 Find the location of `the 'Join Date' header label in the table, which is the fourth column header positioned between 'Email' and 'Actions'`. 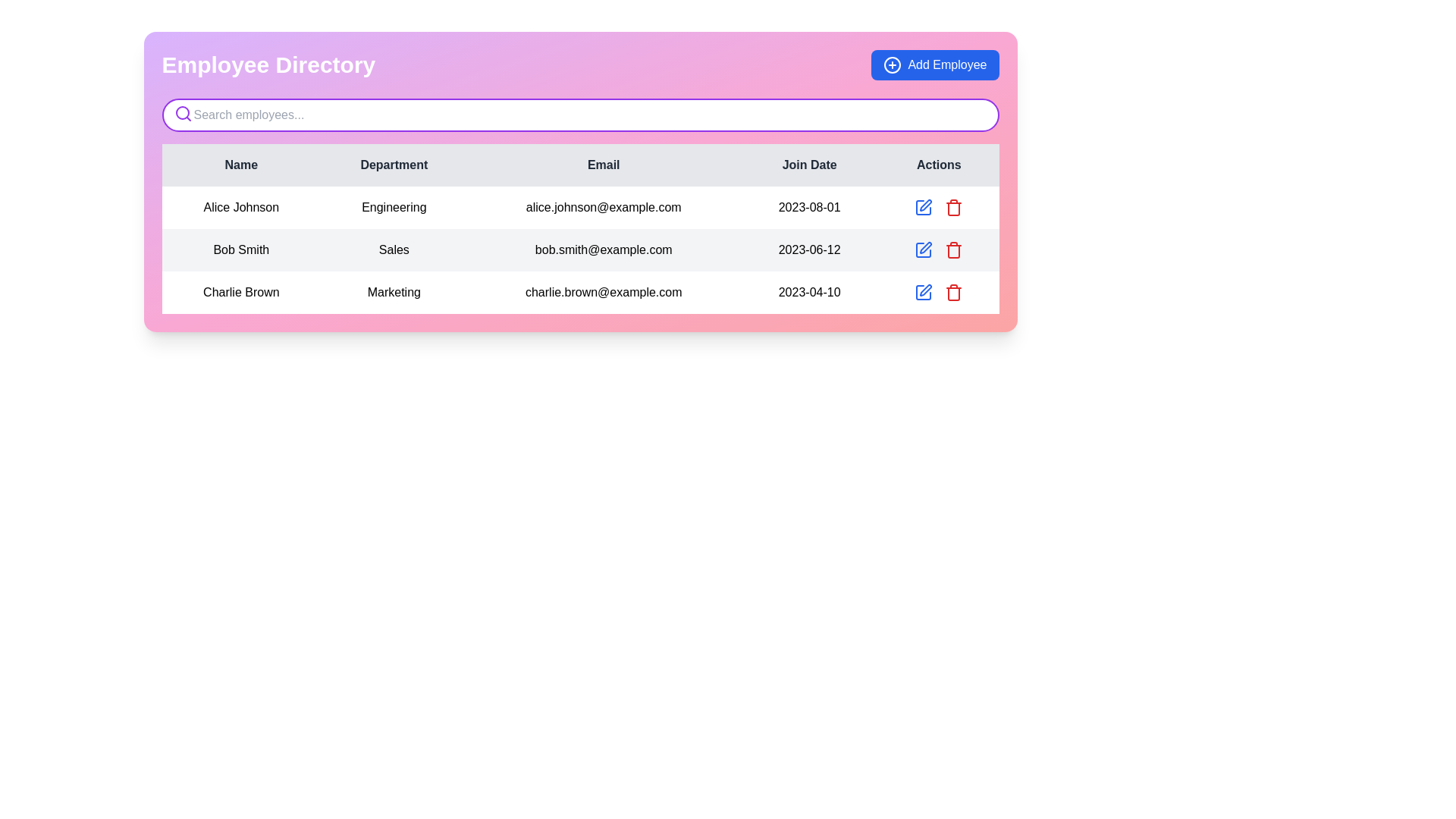

the 'Join Date' header label in the table, which is the fourth column header positioned between 'Email' and 'Actions' is located at coordinates (808, 165).